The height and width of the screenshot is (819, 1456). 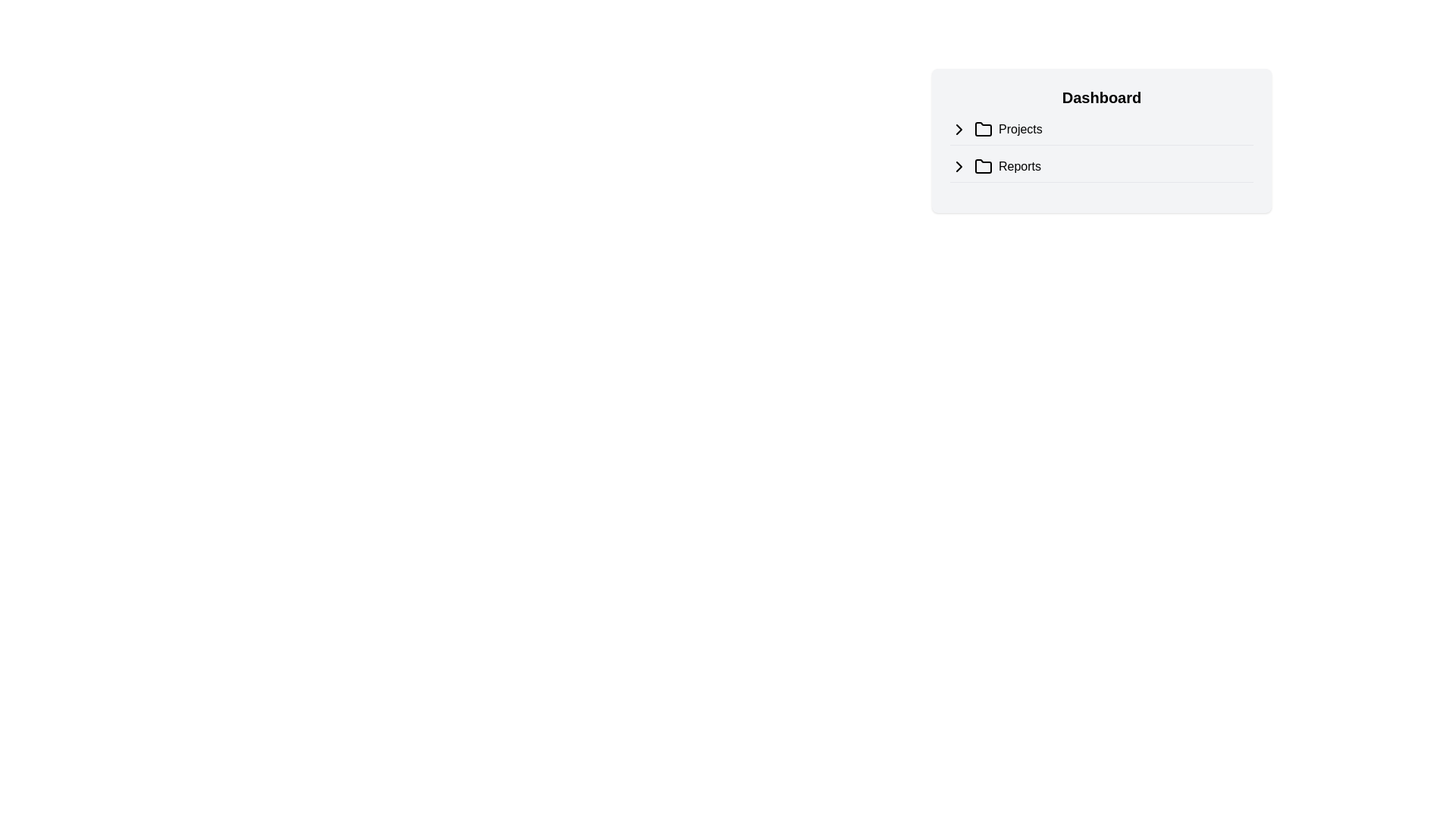 What do you see at coordinates (1102, 166) in the screenshot?
I see `the 'Reports' button in the Dashboard section` at bounding box center [1102, 166].